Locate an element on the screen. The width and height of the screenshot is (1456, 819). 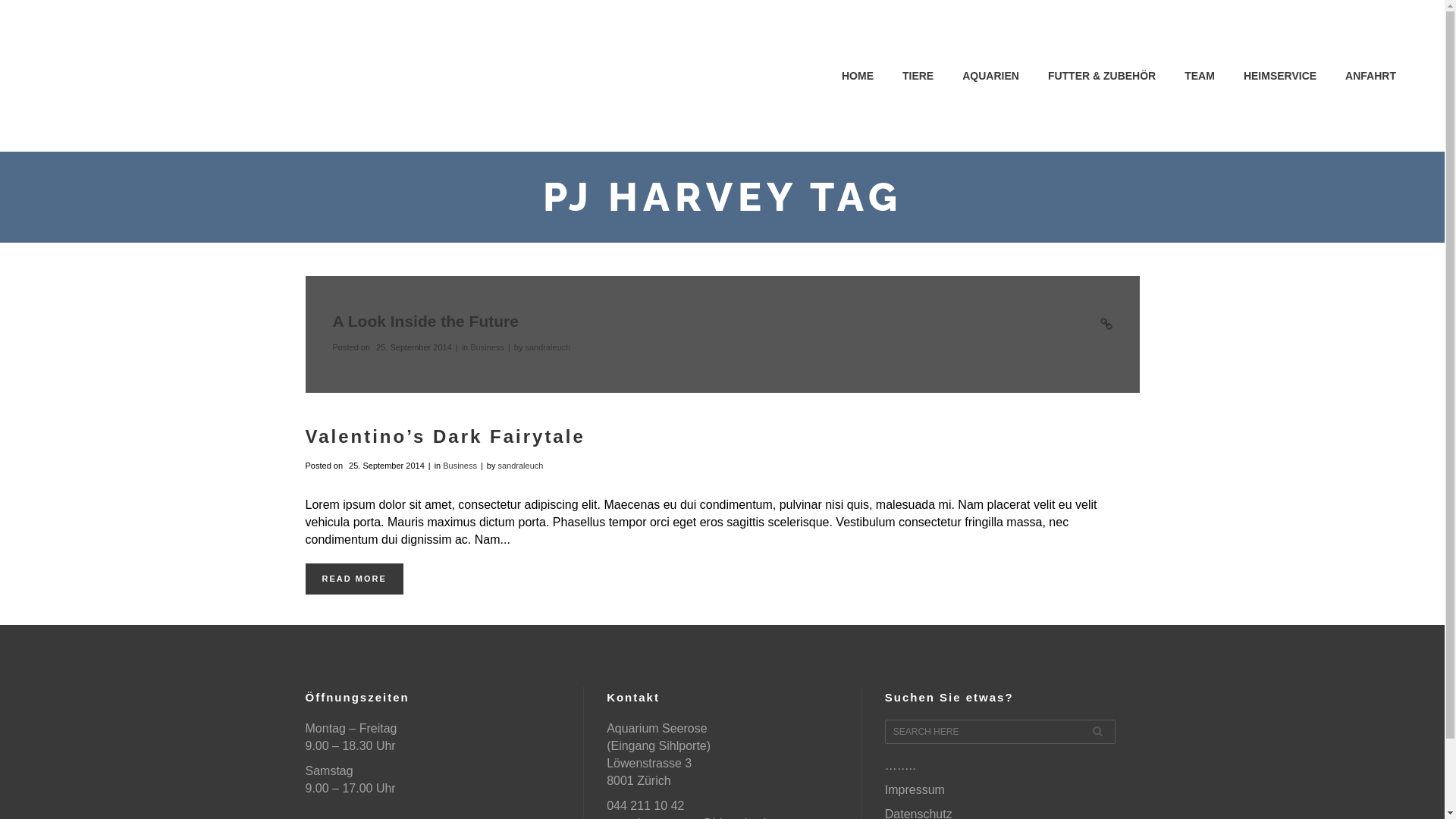
'HOME' is located at coordinates (858, 76).